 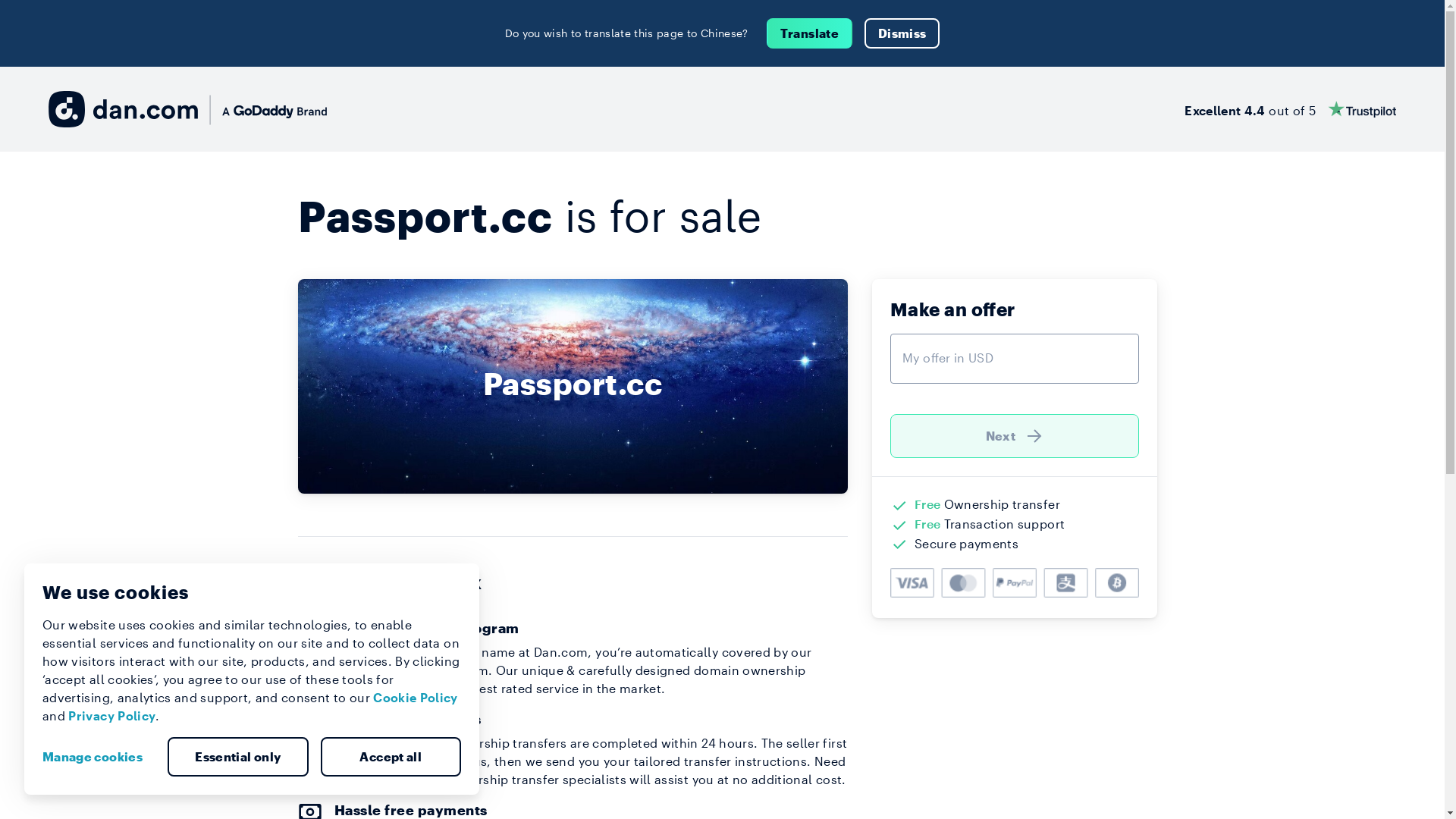 What do you see at coordinates (864, 33) in the screenshot?
I see `'Dismiss'` at bounding box center [864, 33].